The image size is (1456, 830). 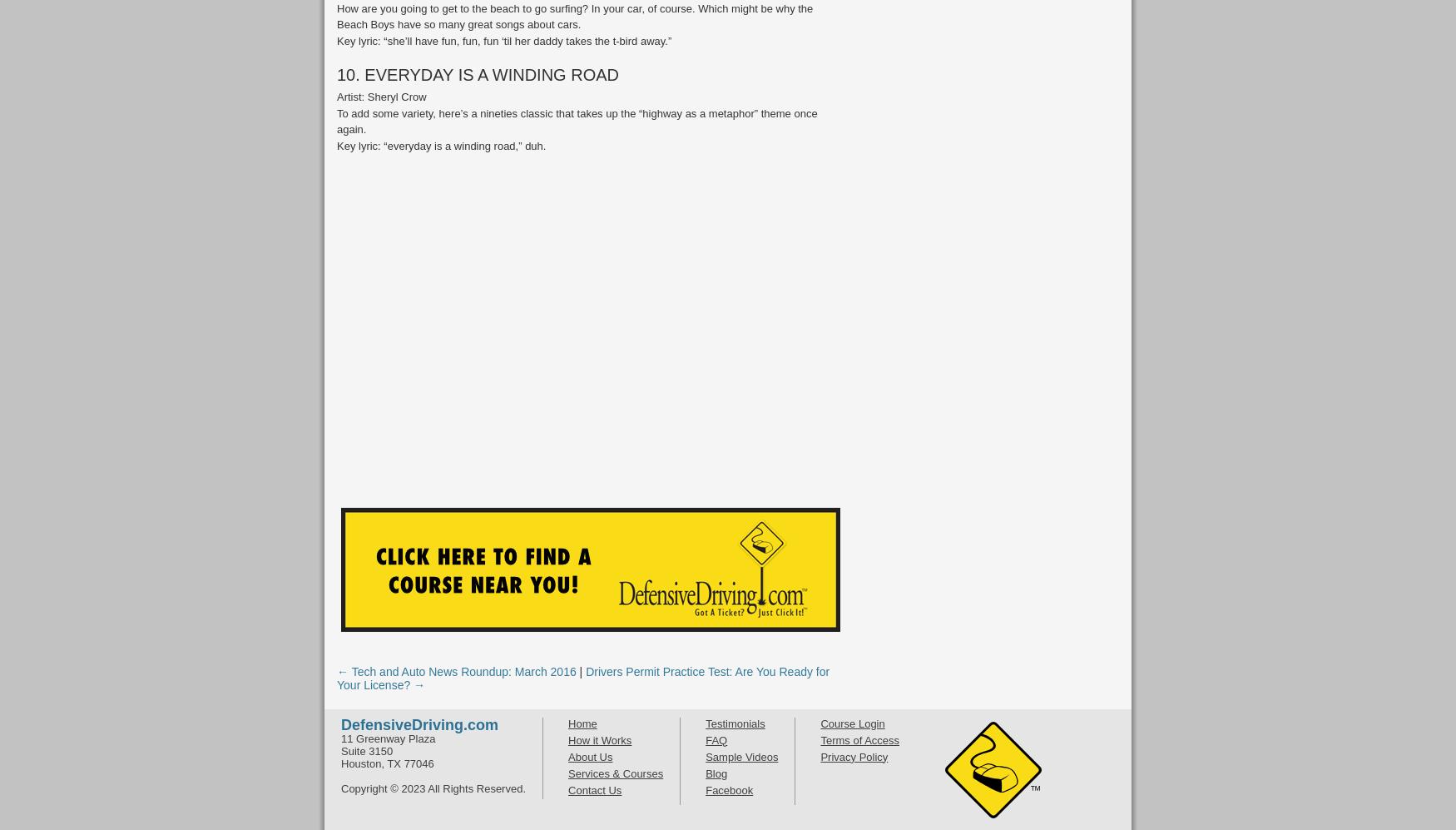 What do you see at coordinates (616, 773) in the screenshot?
I see `'Services & Courses'` at bounding box center [616, 773].